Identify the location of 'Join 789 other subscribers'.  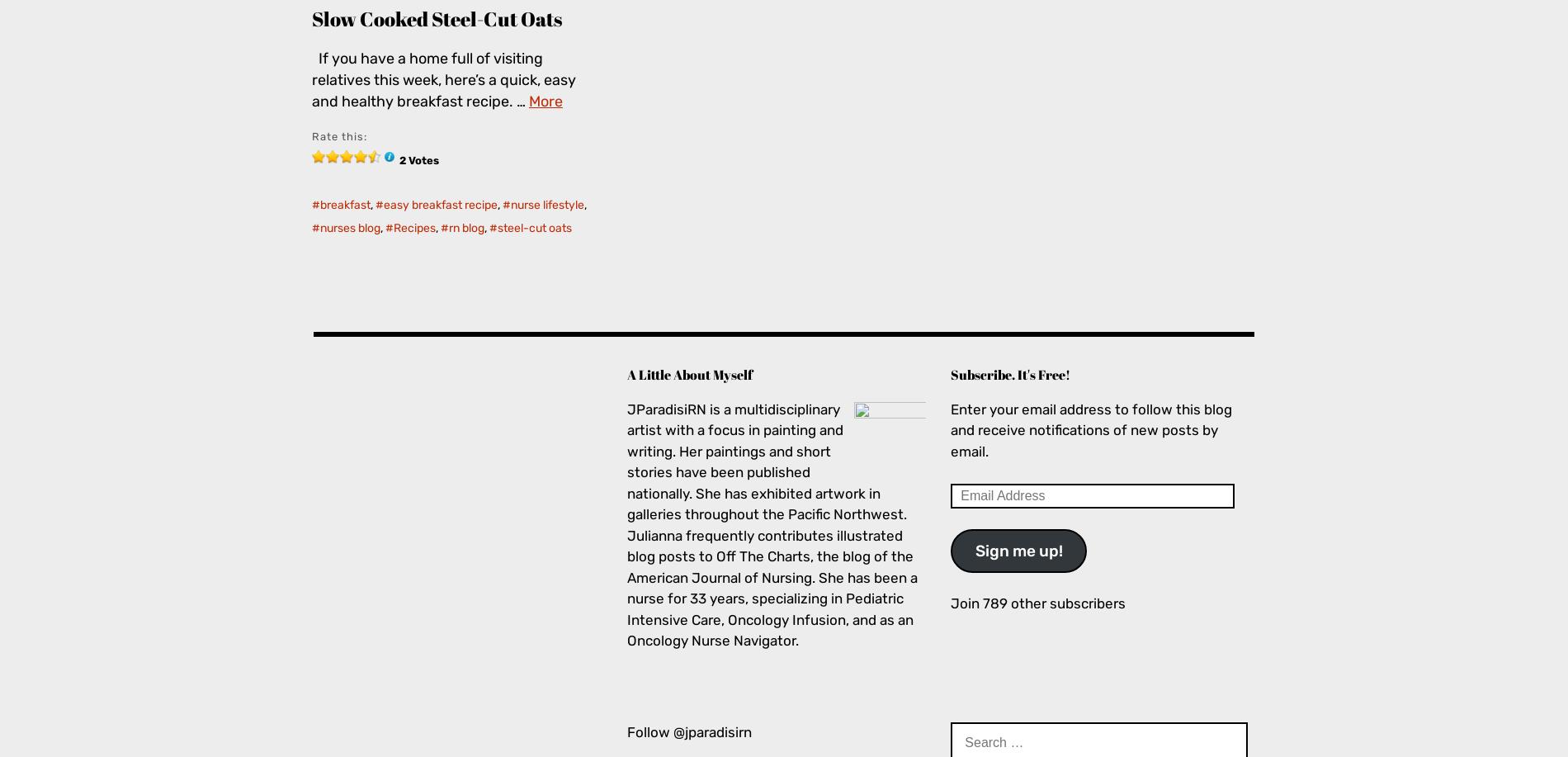
(950, 603).